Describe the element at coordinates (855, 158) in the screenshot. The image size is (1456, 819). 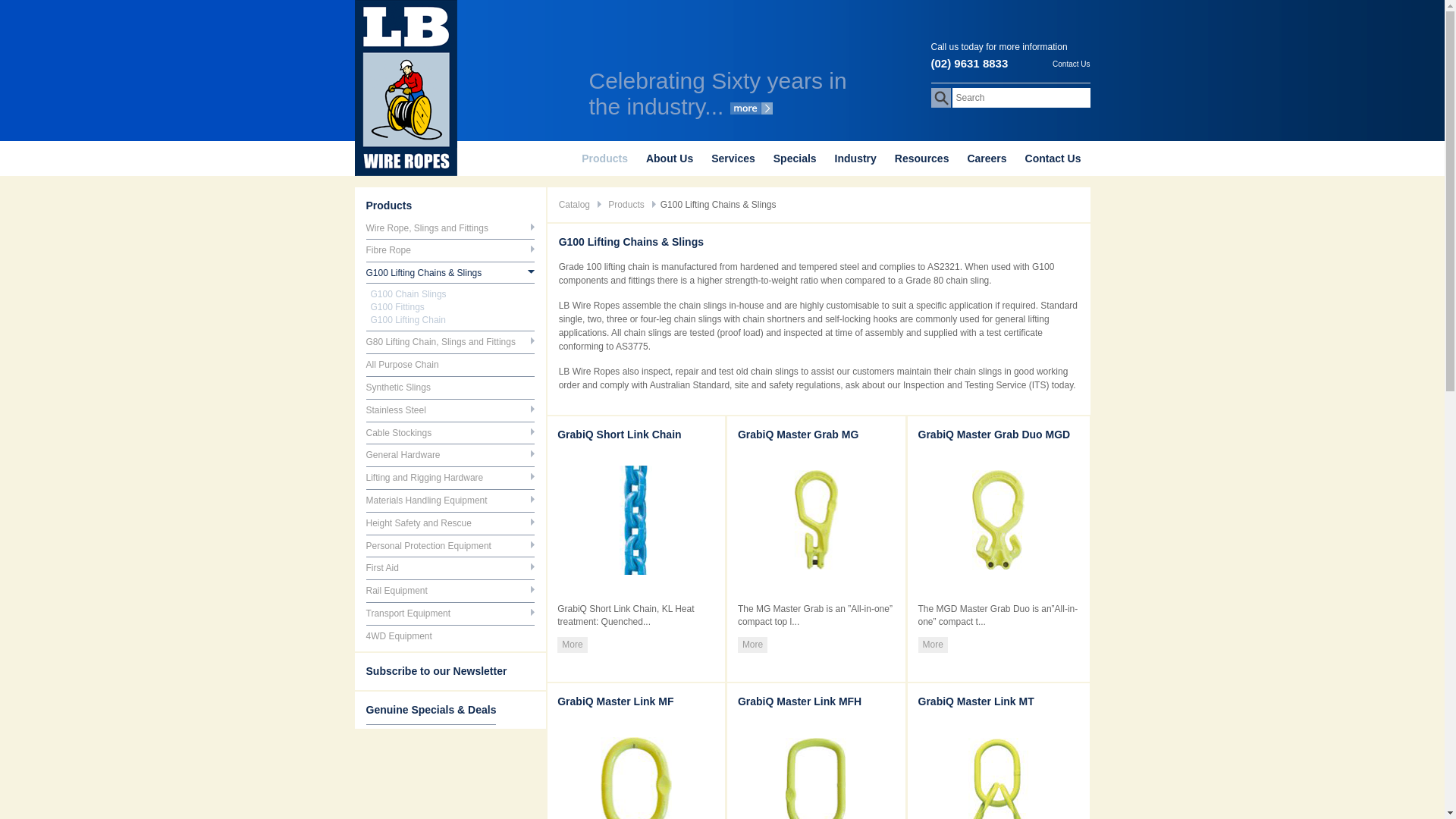
I see `'Industry'` at that location.